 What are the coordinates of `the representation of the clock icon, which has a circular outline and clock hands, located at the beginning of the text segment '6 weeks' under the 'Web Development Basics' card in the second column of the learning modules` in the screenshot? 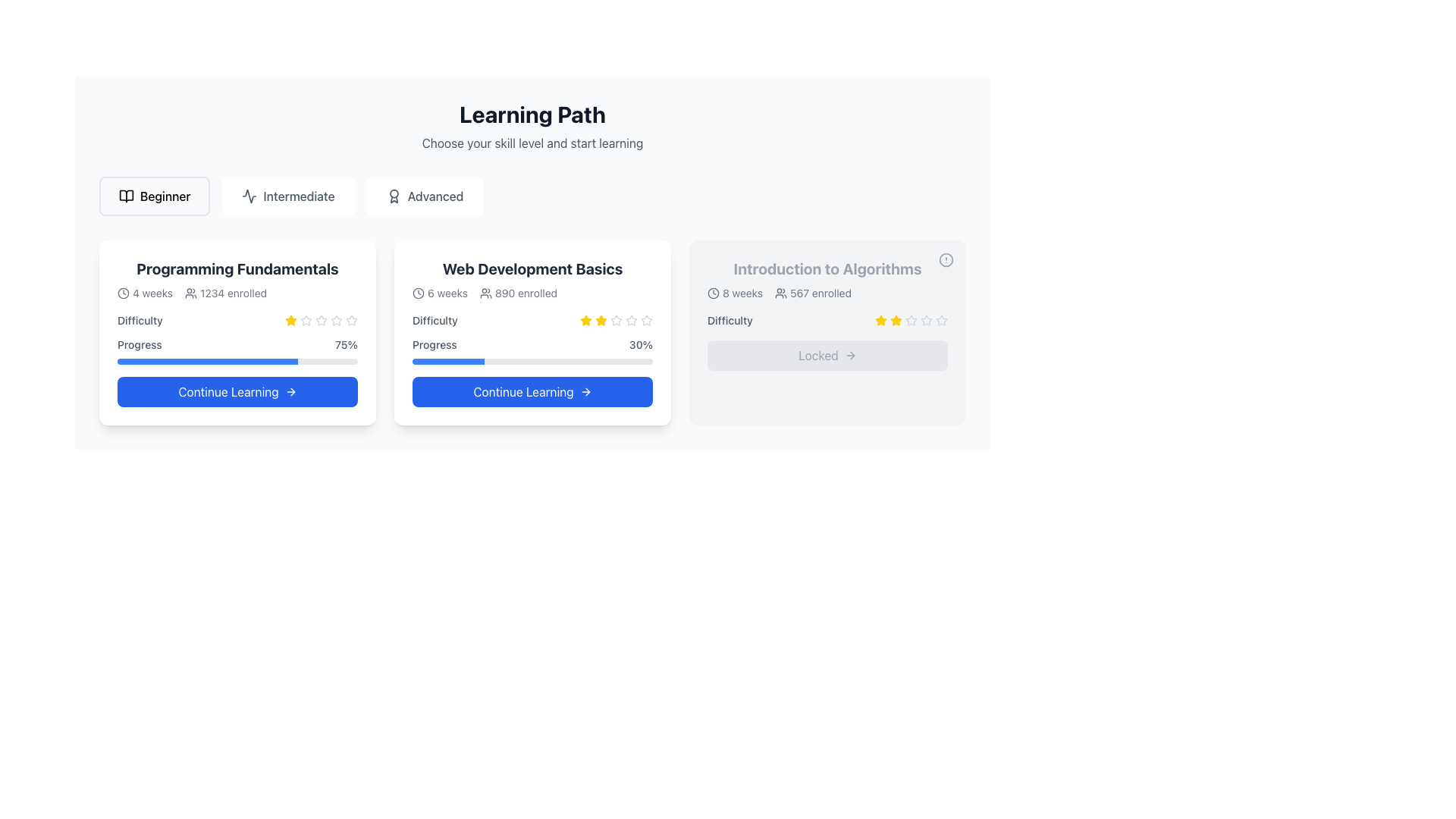 It's located at (419, 293).